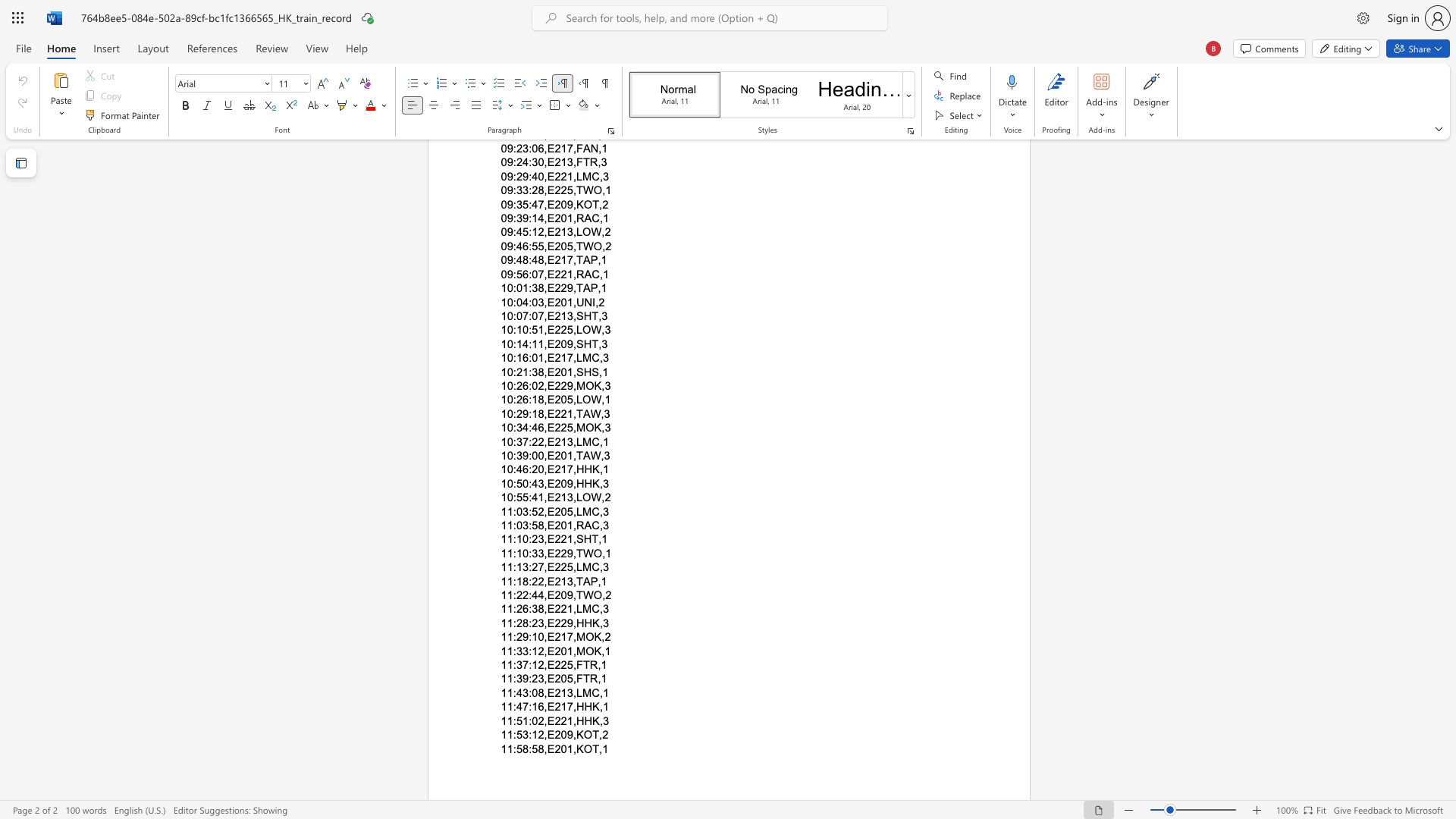 The width and height of the screenshot is (1456, 819). What do you see at coordinates (590, 538) in the screenshot?
I see `the space between the continuous character "H" and "T" in the text` at bounding box center [590, 538].